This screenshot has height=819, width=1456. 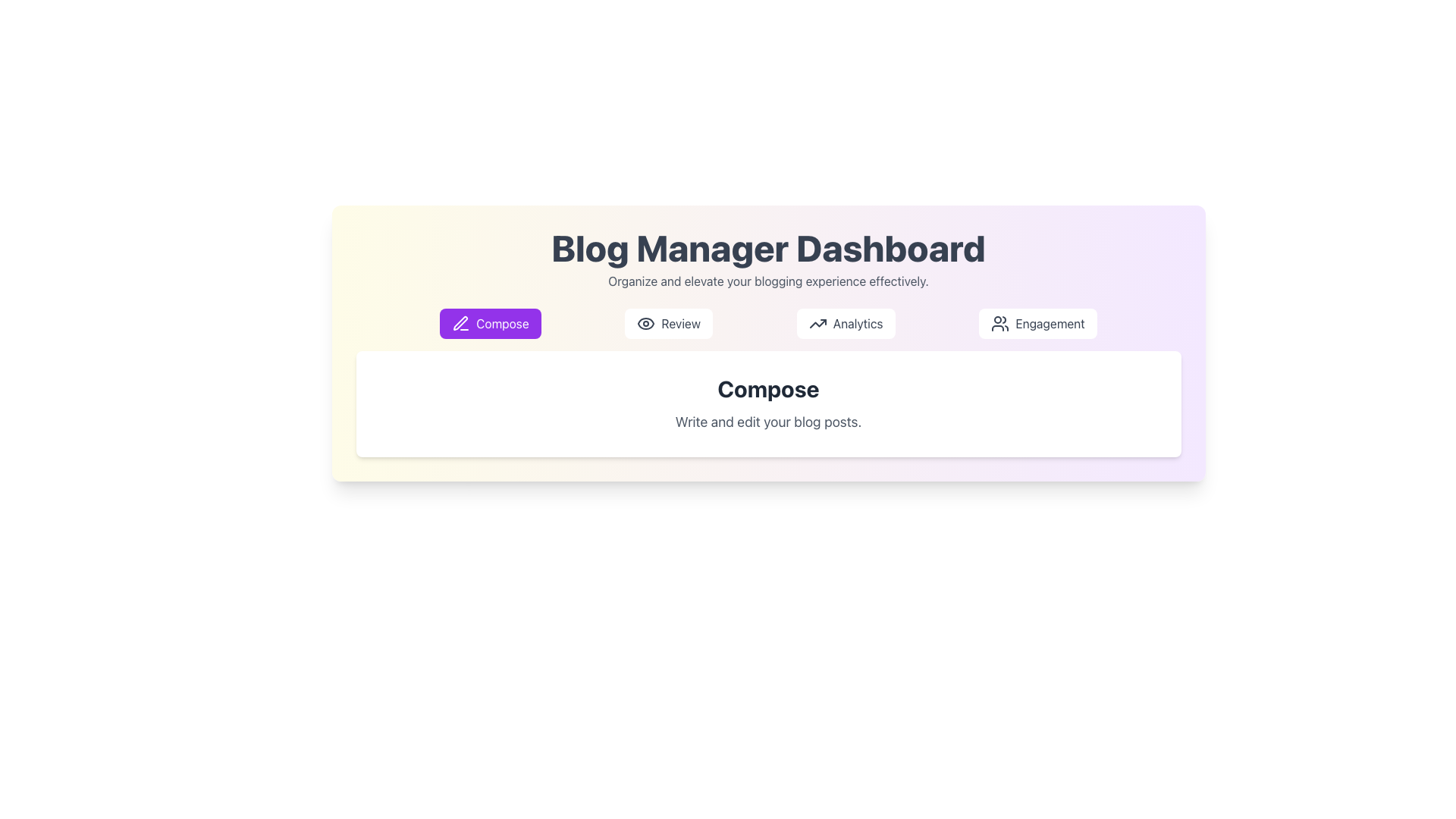 What do you see at coordinates (490, 323) in the screenshot?
I see `the 'Compose' button with a purple background and white text, which is the first button in the top-left section of the interface` at bounding box center [490, 323].